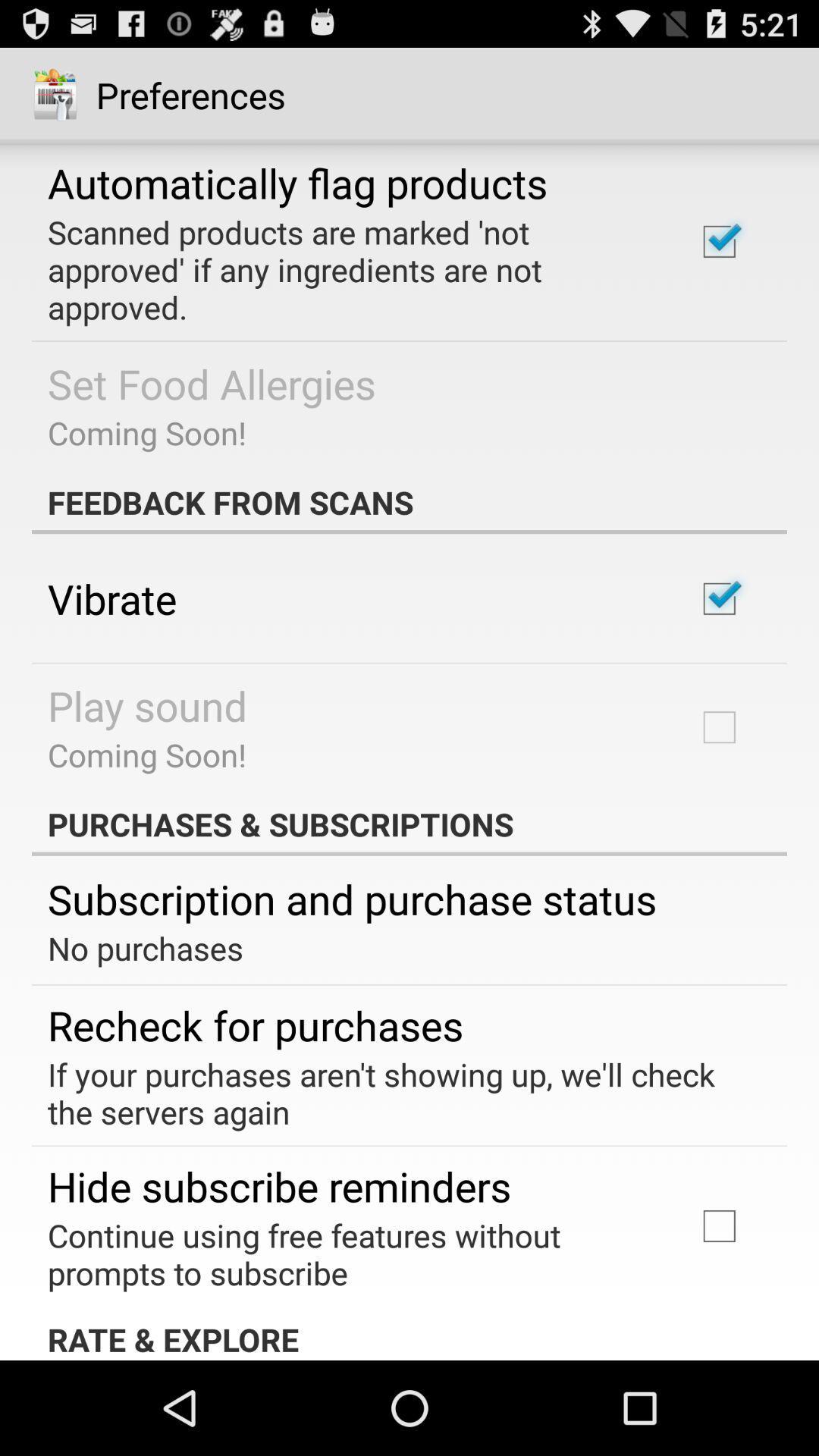  Describe the element at coordinates (255, 1025) in the screenshot. I see `icon at the bottom left corner` at that location.